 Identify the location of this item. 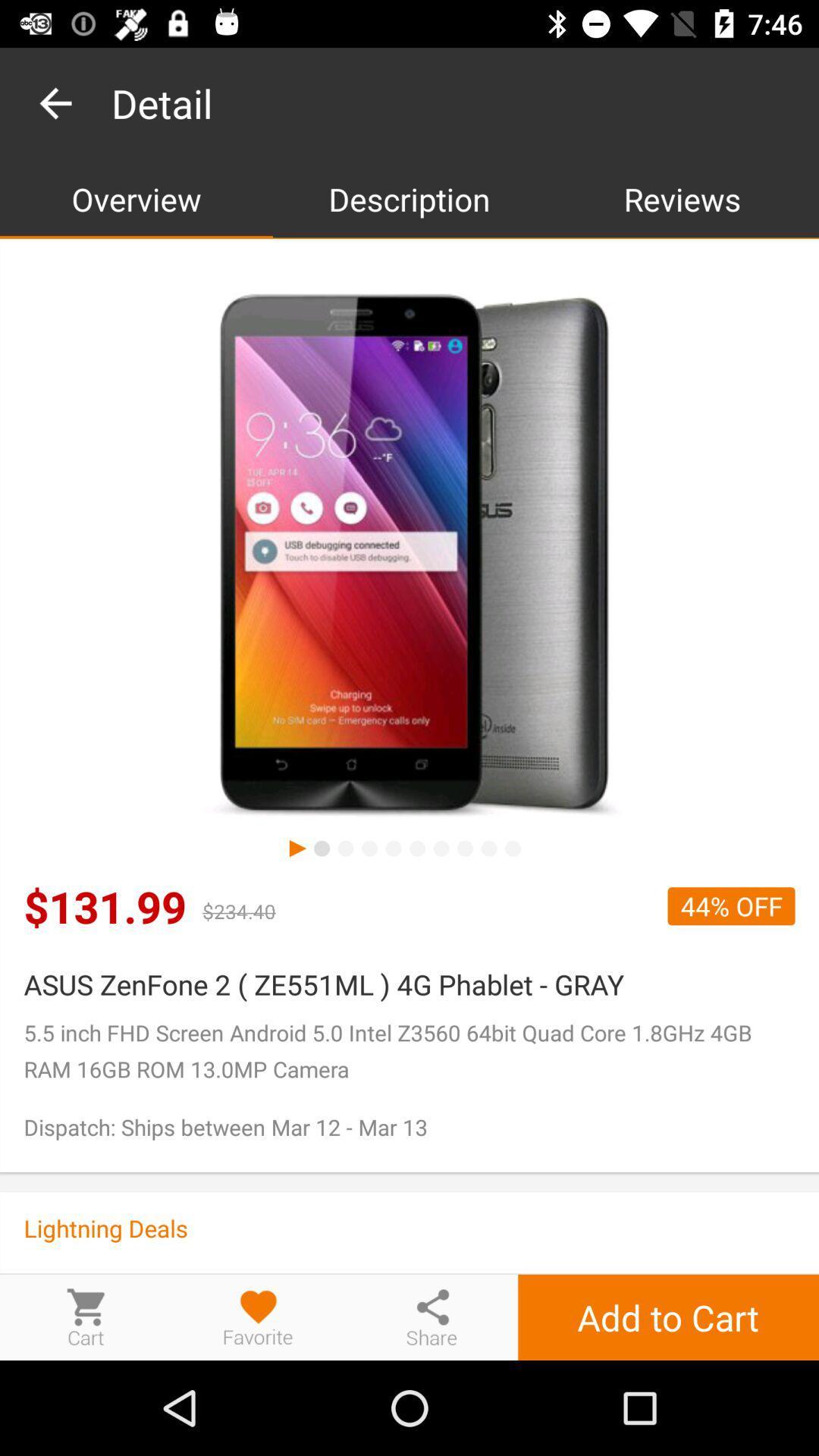
(258, 1316).